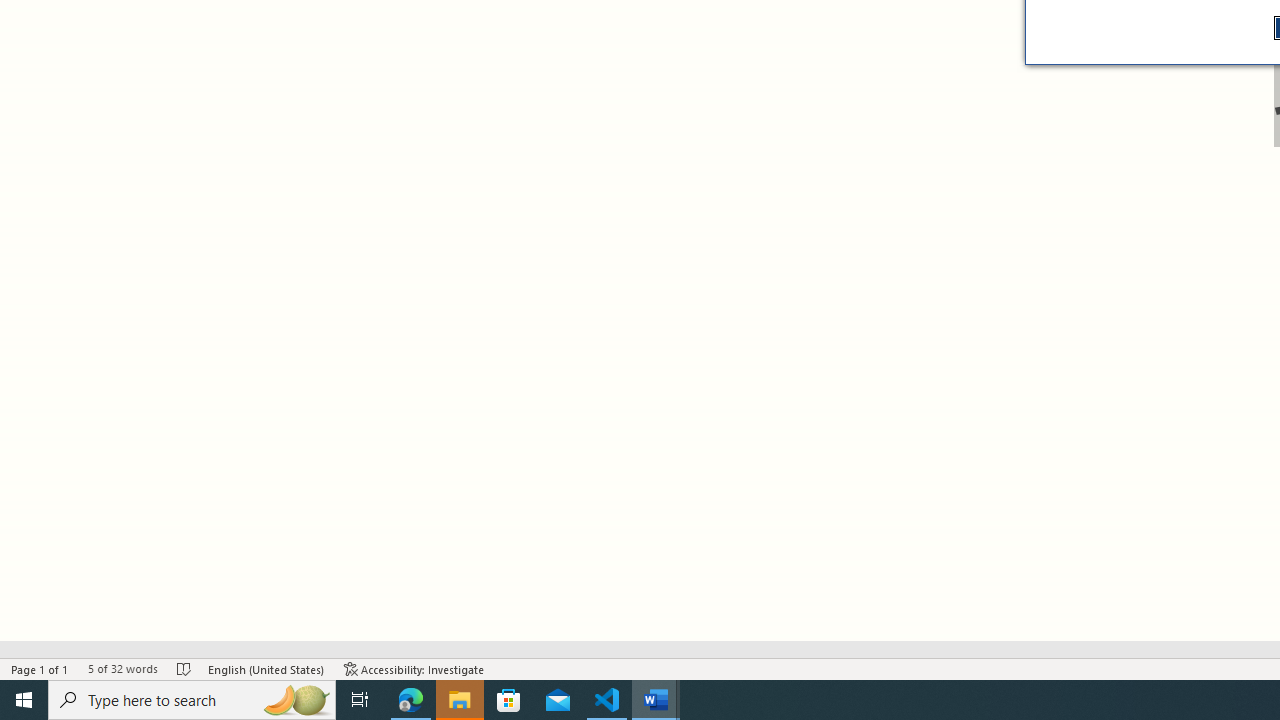 This screenshot has height=720, width=1280. Describe the element at coordinates (656, 698) in the screenshot. I see `'Word - 2 running windows'` at that location.